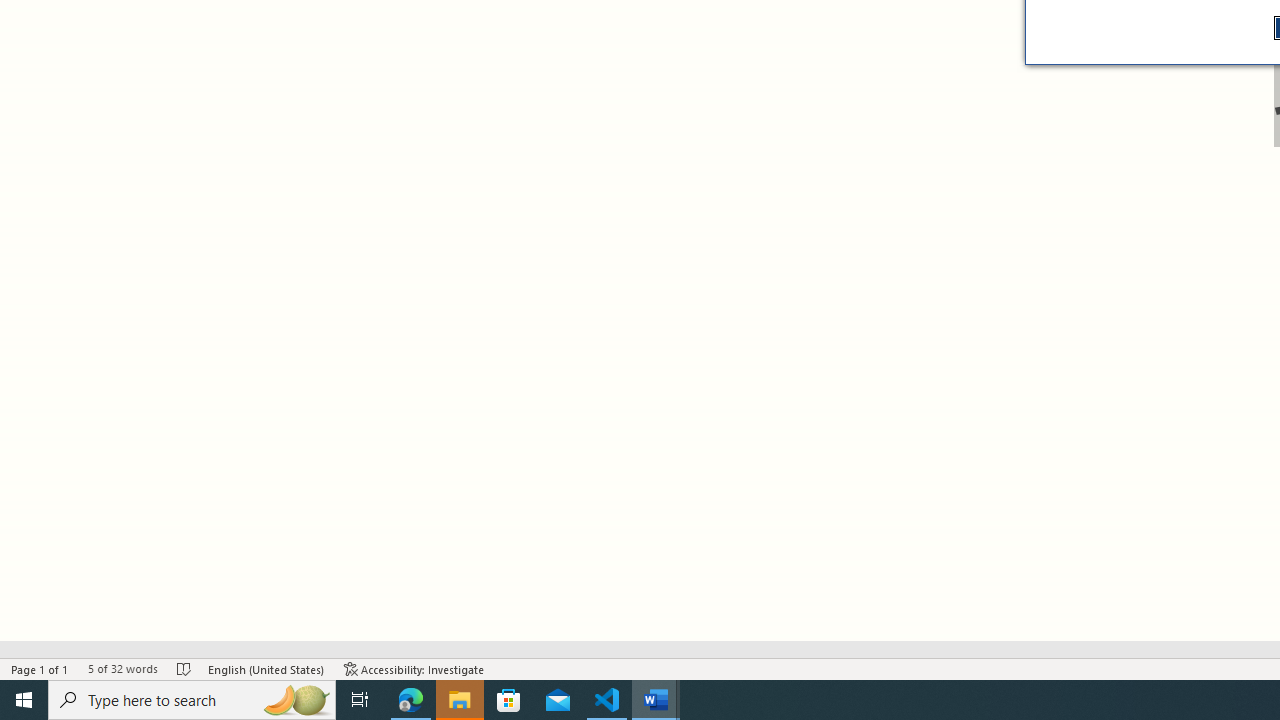 This screenshot has height=720, width=1280. Describe the element at coordinates (656, 698) in the screenshot. I see `'Word - 2 running windows'` at that location.